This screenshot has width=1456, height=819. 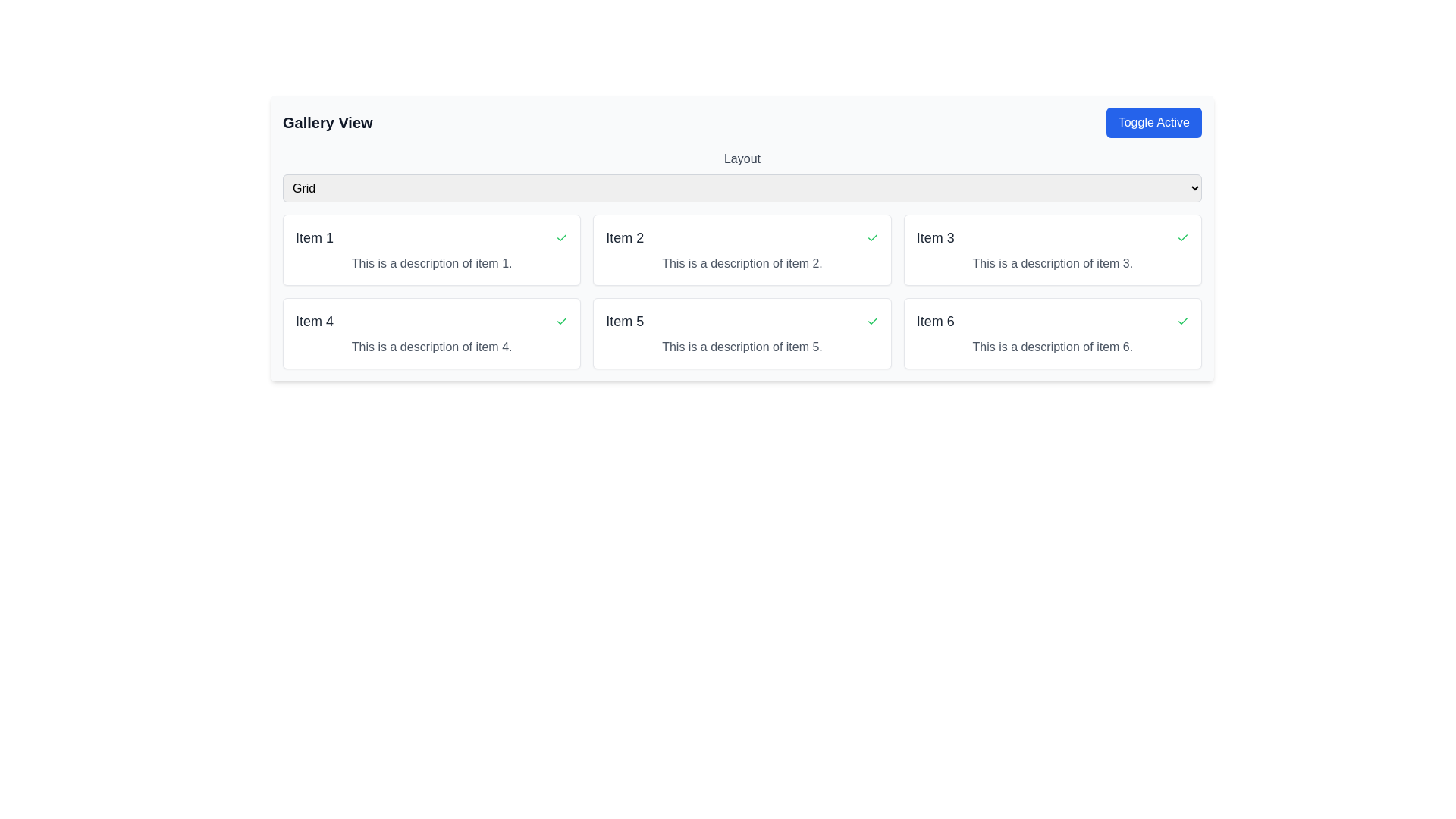 I want to click on the text label that reads 'Item 1' in a bold, medium-large font, located at the top-left corner of the first card in the grid layout, so click(x=314, y=237).